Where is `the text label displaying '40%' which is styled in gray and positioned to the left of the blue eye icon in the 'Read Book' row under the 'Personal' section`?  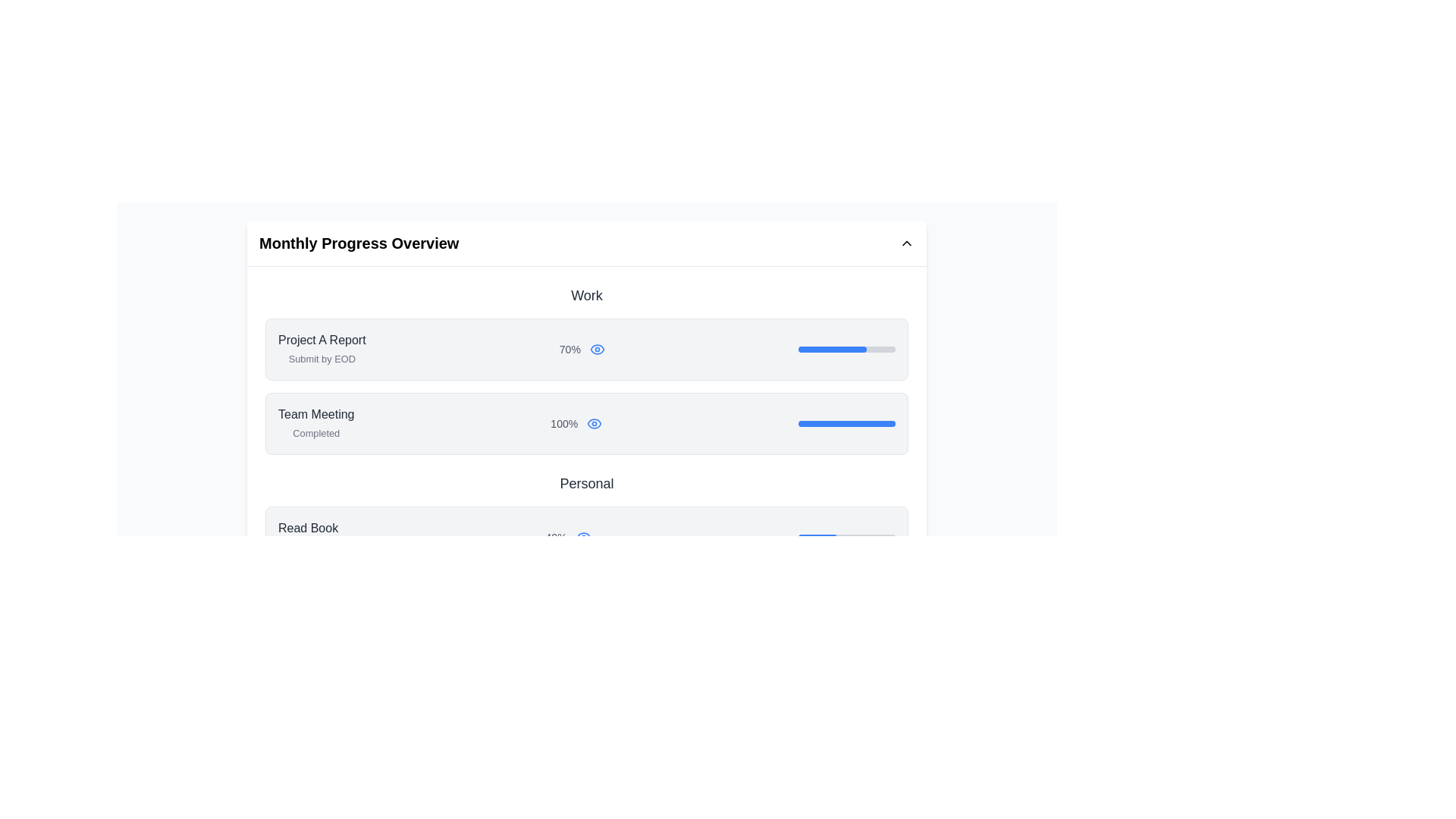
the text label displaying '40%' which is styled in gray and positioned to the left of the blue eye icon in the 'Read Book' row under the 'Personal' section is located at coordinates (555, 537).